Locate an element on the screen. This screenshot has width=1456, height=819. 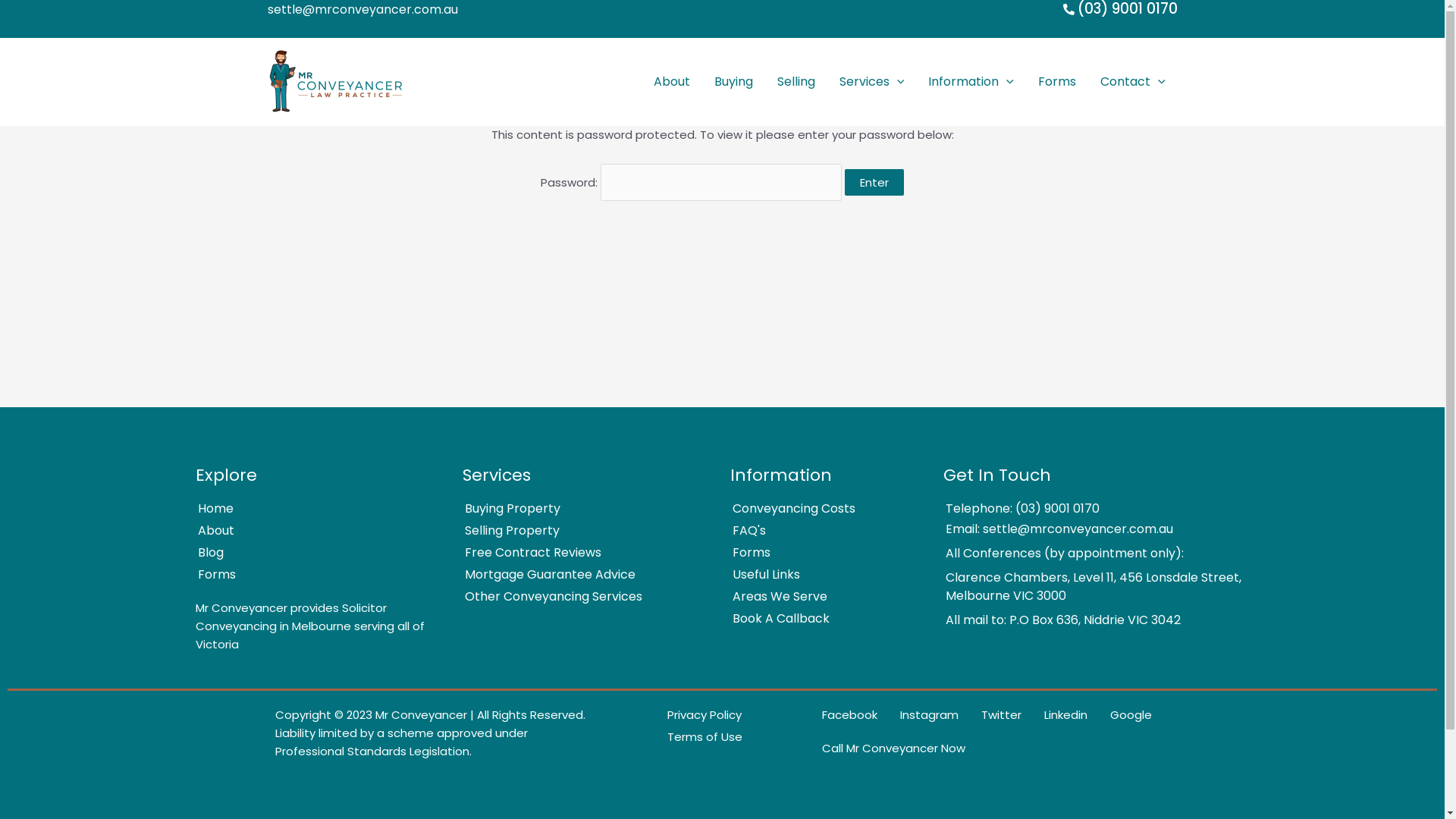
'Enter' is located at coordinates (874, 180).